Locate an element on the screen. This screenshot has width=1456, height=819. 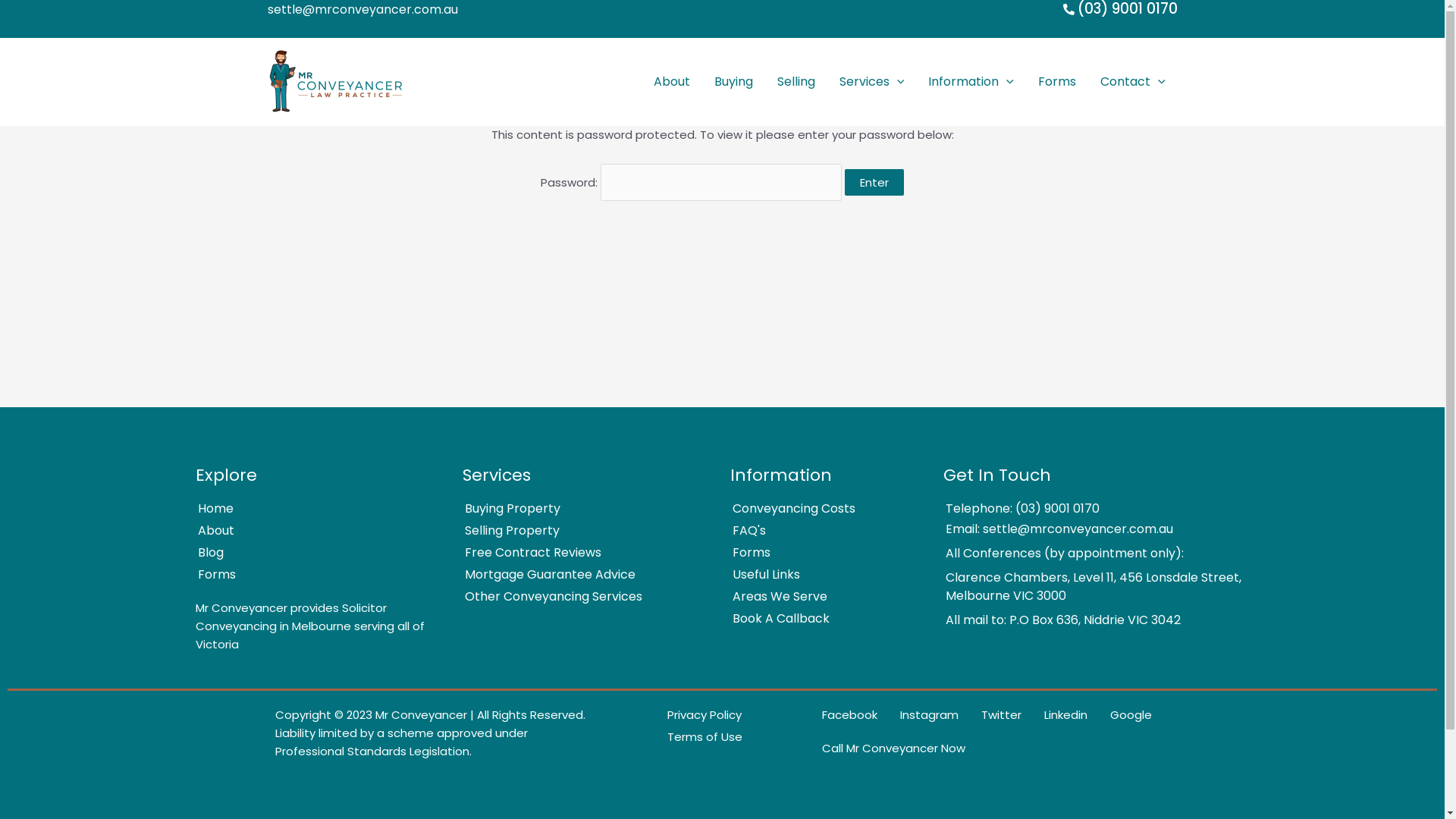
'Enter' is located at coordinates (874, 180).